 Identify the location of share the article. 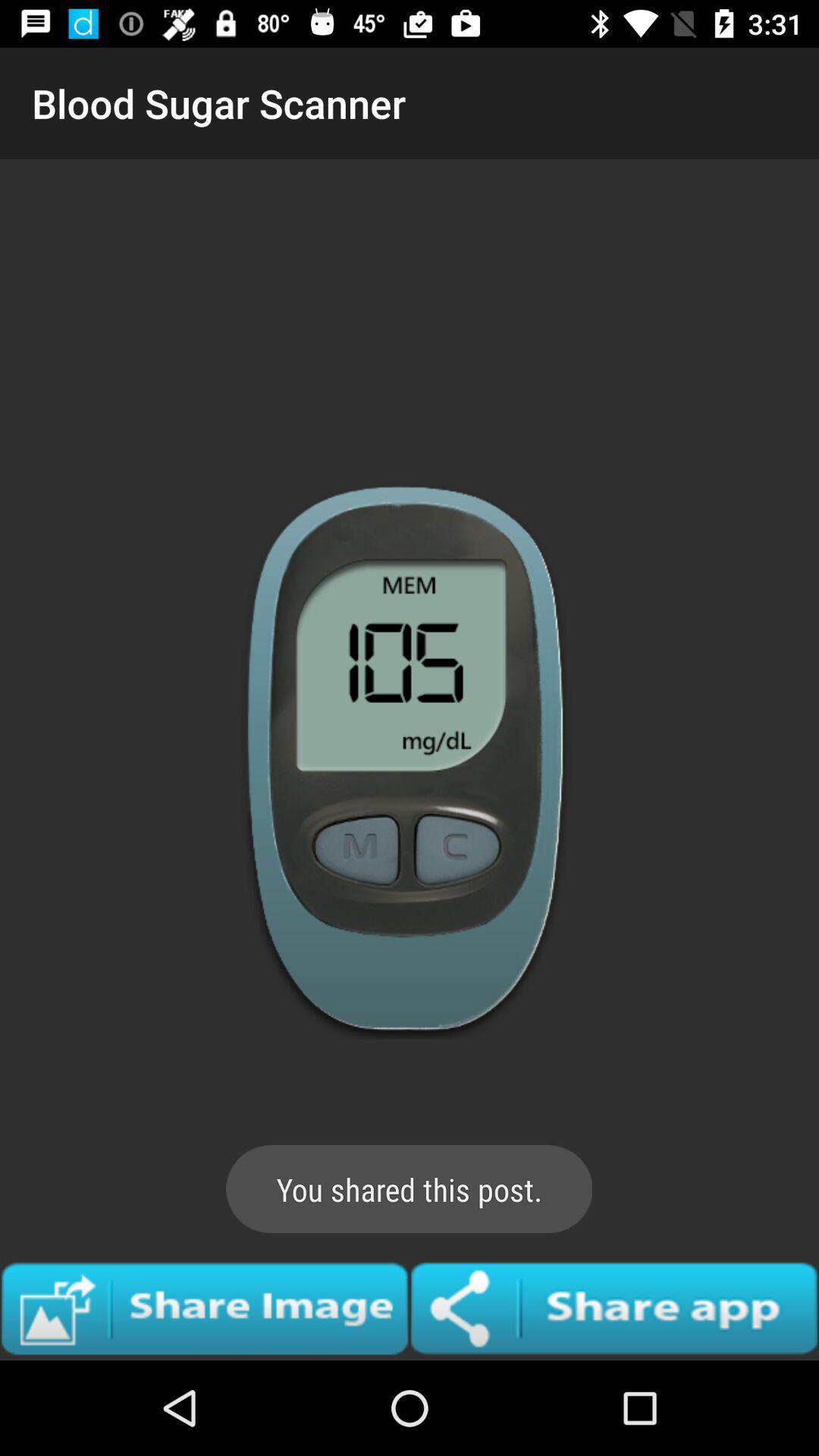
(205, 1307).